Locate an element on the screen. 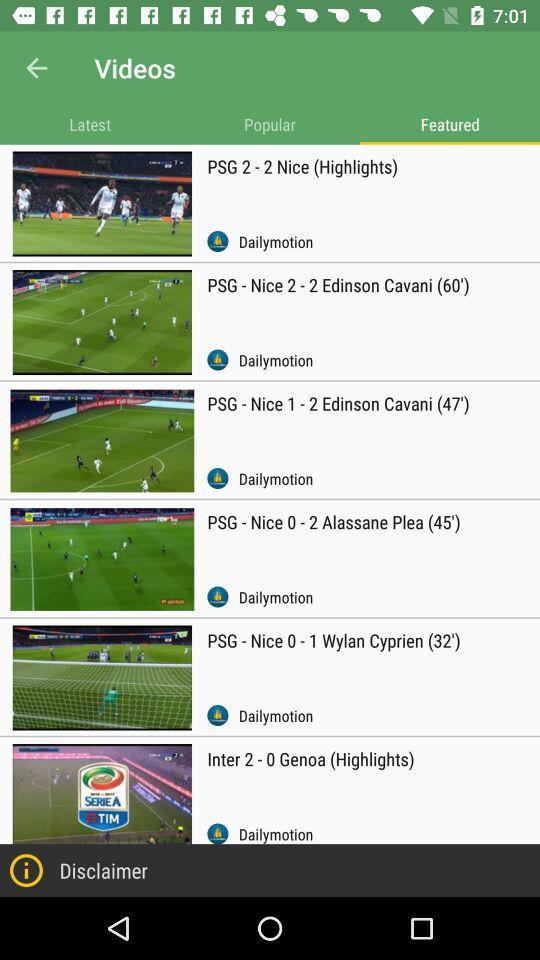  item next to the popular is located at coordinates (89, 123).